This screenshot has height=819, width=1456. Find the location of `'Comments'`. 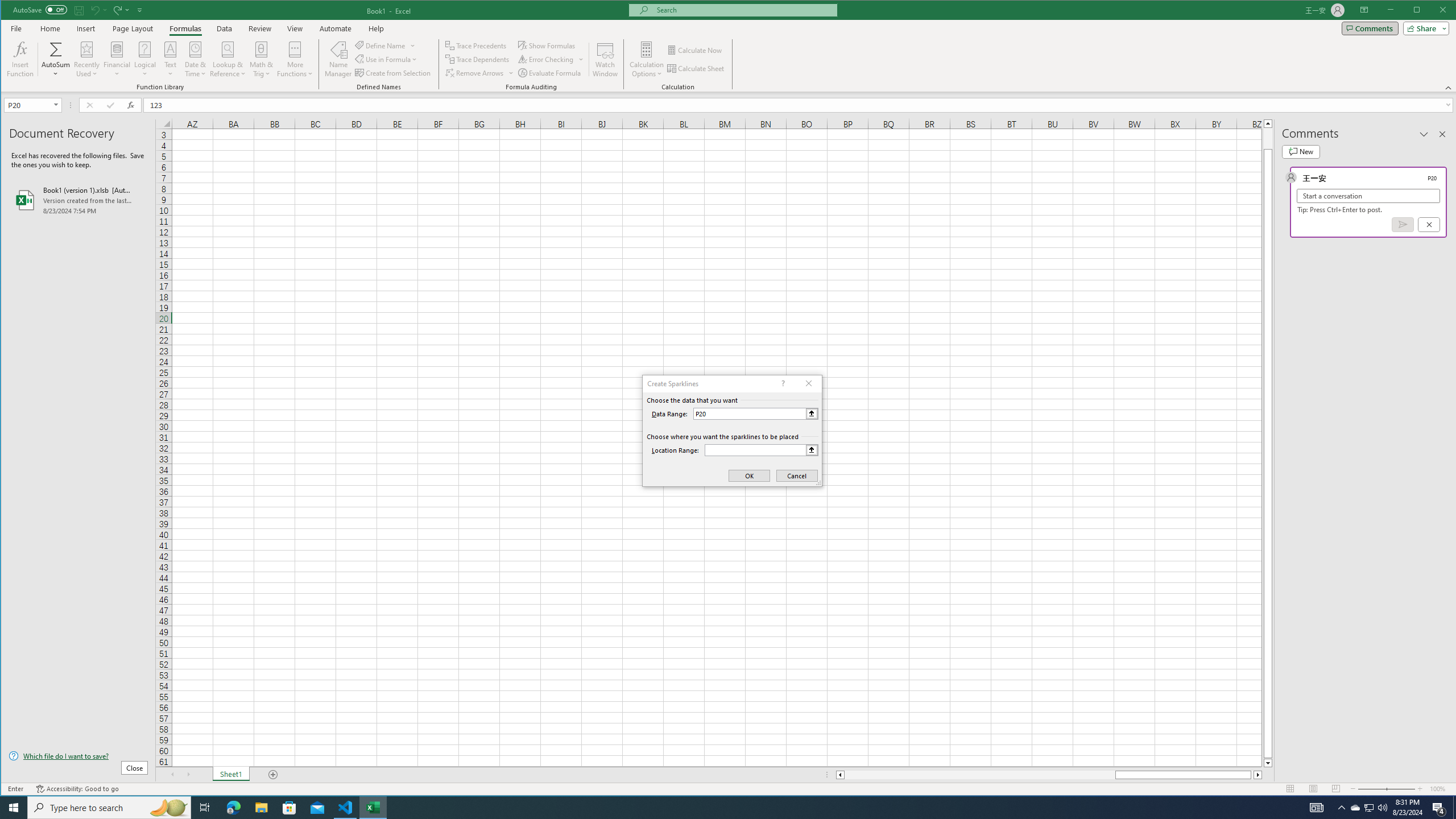

'Comments' is located at coordinates (1370, 28).